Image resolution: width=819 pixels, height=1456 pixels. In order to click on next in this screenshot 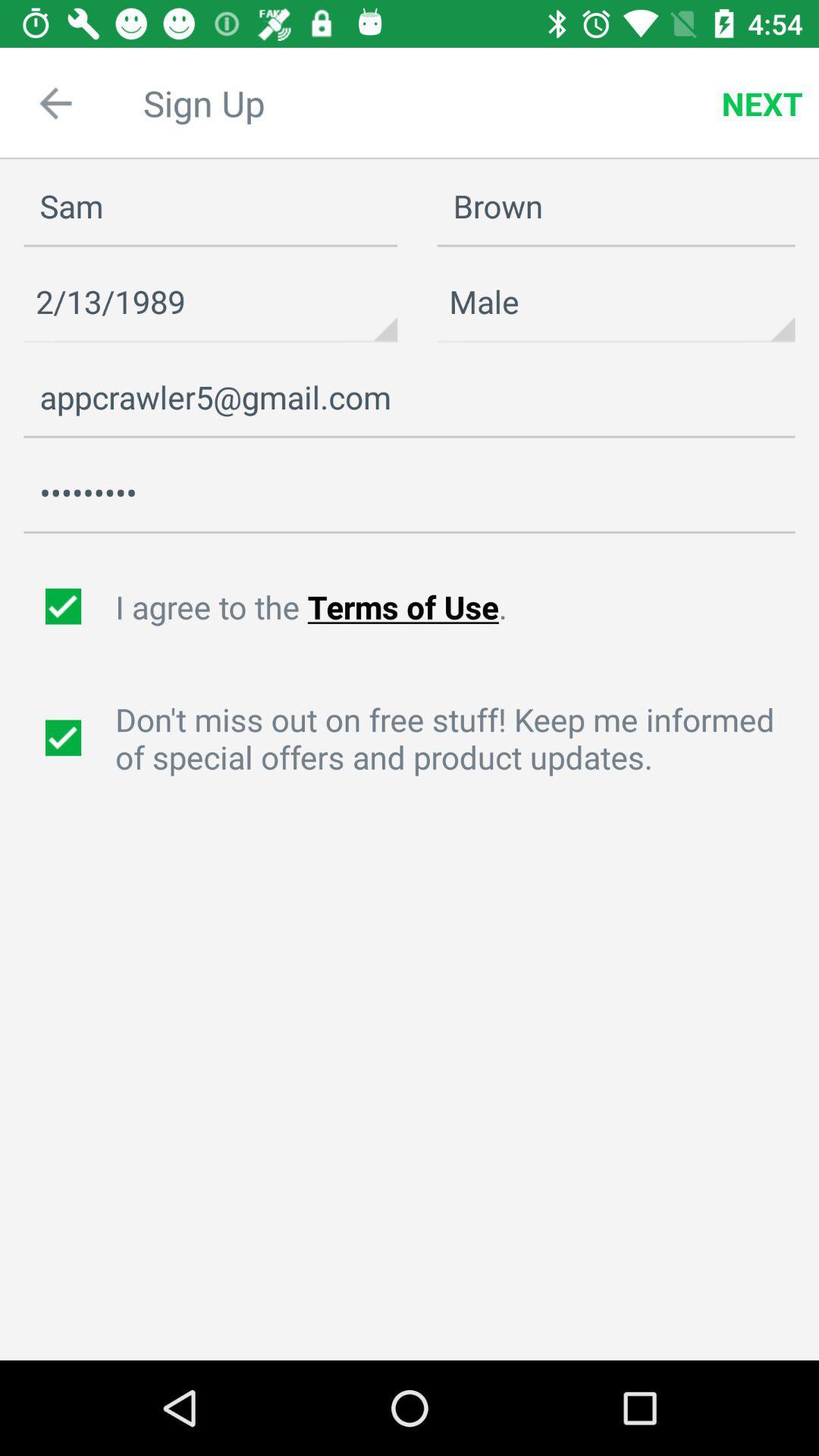, I will do `click(762, 103)`.